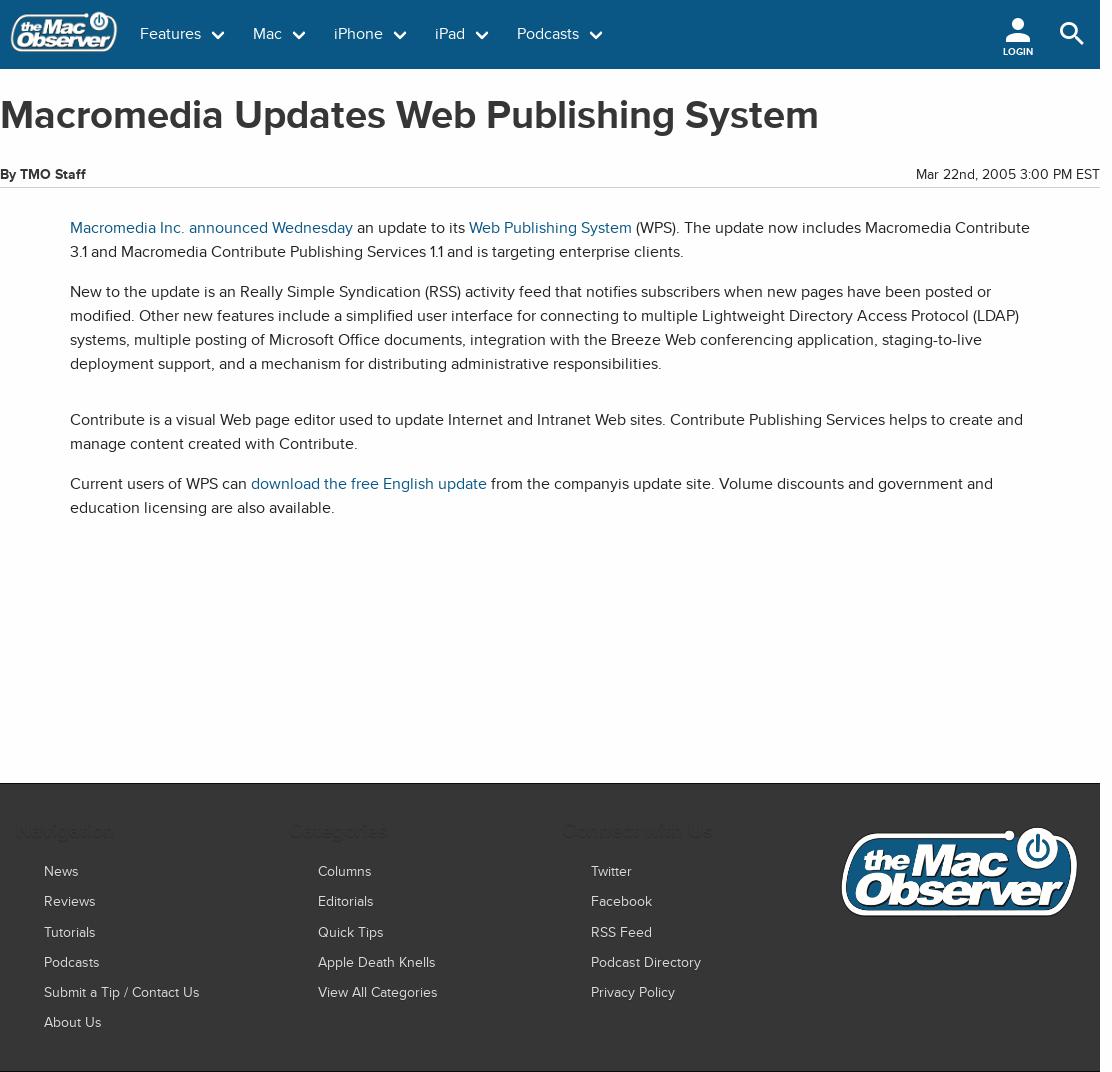 Image resolution: width=1112 pixels, height=1072 pixels. What do you see at coordinates (160, 483) in the screenshot?
I see `'Current users of WPS can'` at bounding box center [160, 483].